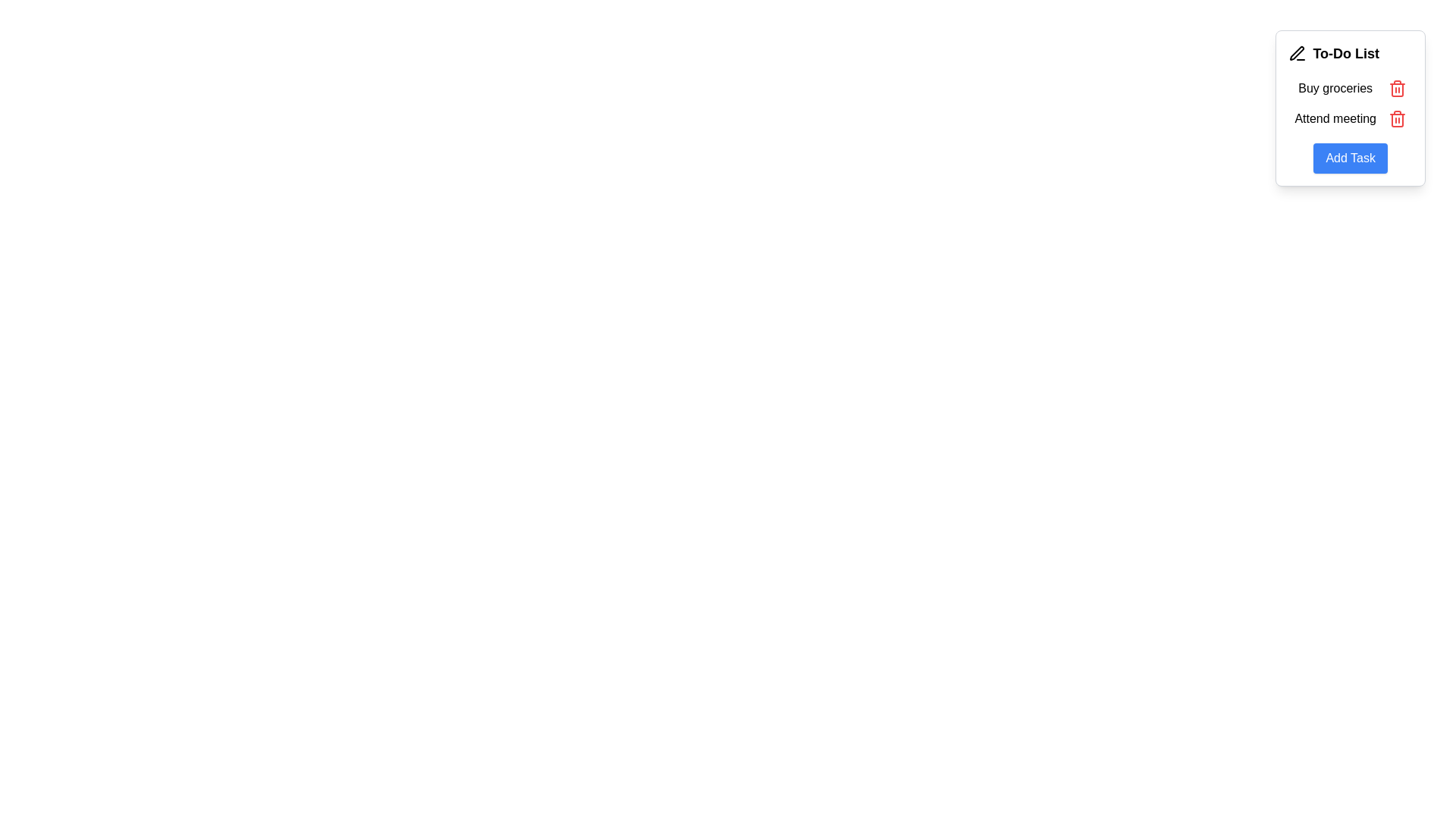 The width and height of the screenshot is (1456, 819). Describe the element at coordinates (1397, 88) in the screenshot. I see `the trash can icon button, which is styled with a red color fill and is located to the right of the text 'Buy groceries' in the 'To-Do List' application, to trigger the hover effect` at that location.